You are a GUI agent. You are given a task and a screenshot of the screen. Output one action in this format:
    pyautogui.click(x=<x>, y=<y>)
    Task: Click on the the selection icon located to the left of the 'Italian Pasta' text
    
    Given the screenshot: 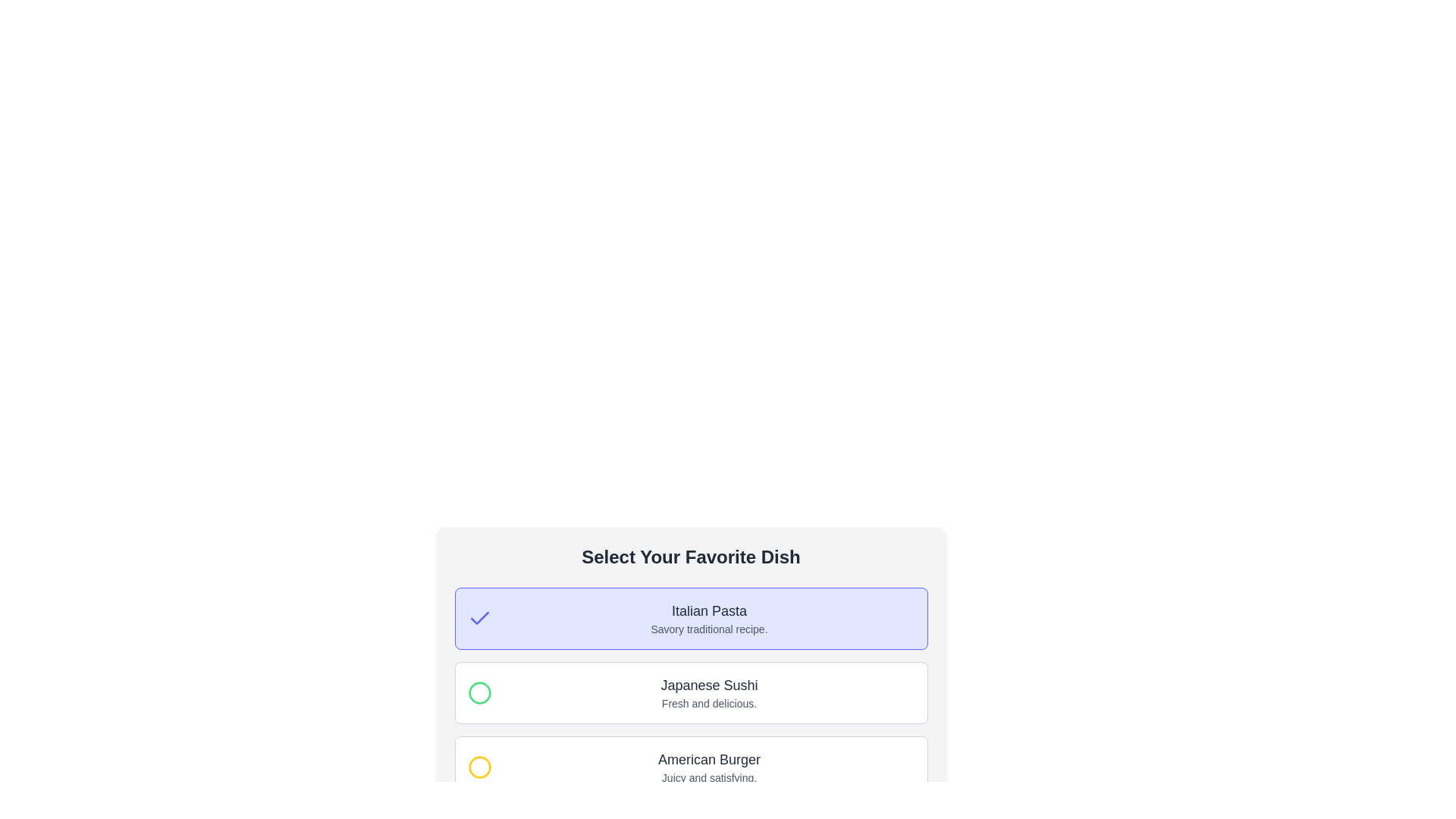 What is the action you would take?
    pyautogui.click(x=479, y=619)
    